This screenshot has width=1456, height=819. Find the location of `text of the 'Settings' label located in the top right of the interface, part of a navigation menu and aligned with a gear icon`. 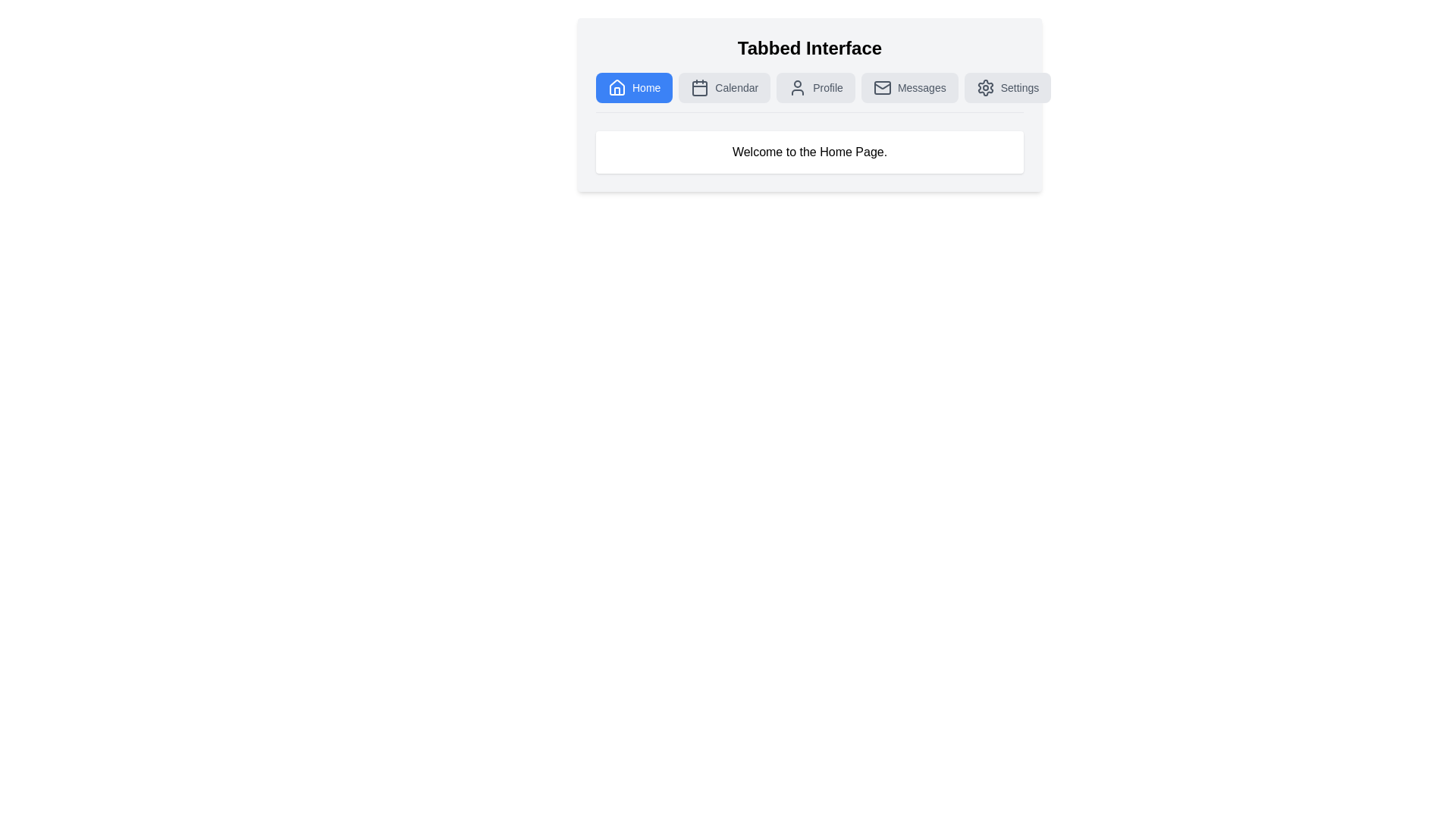

text of the 'Settings' label located in the top right of the interface, part of a navigation menu and aligned with a gear icon is located at coordinates (1019, 87).